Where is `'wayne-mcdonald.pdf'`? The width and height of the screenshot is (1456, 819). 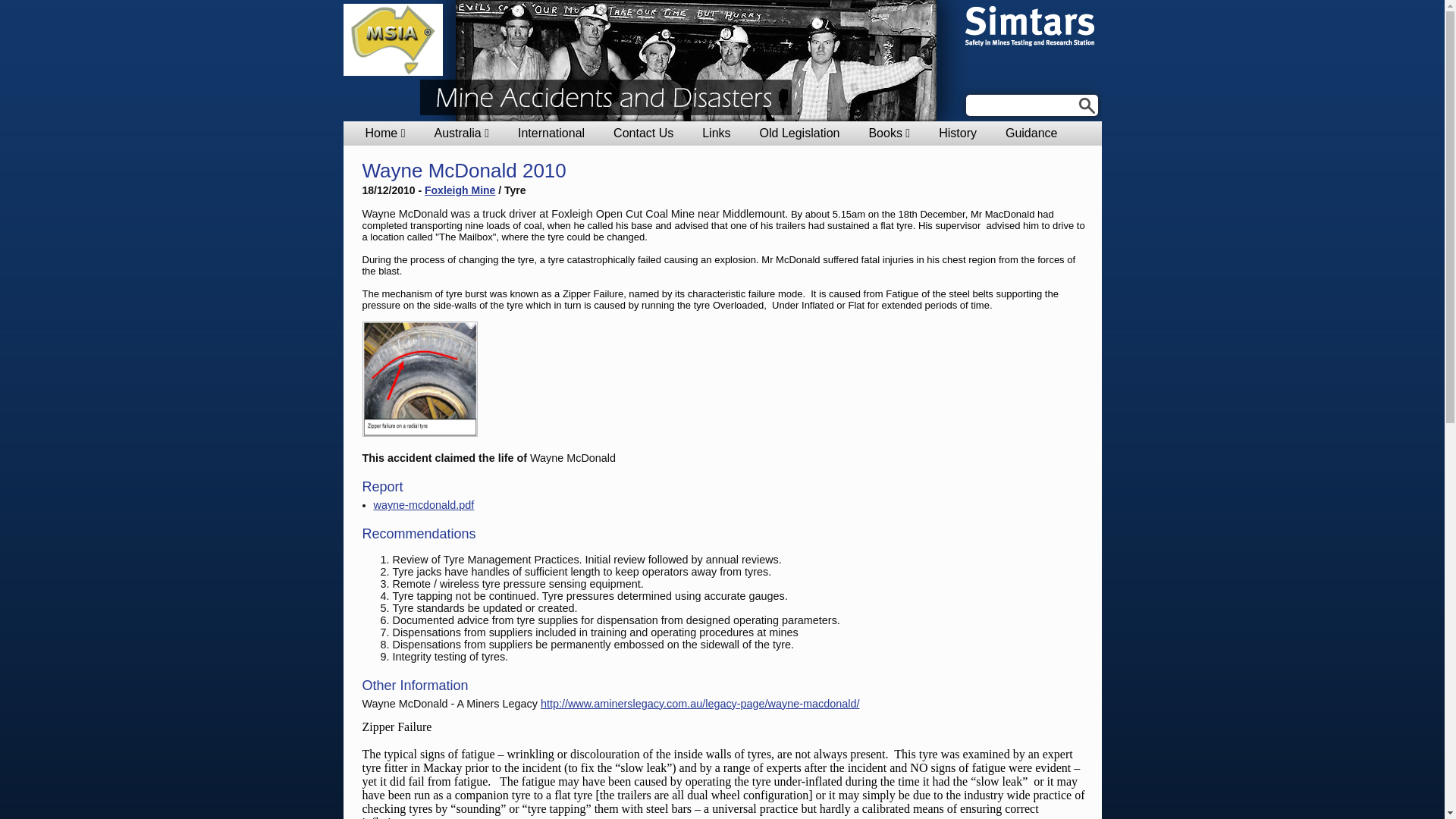 'wayne-mcdonald.pdf' is located at coordinates (423, 505).